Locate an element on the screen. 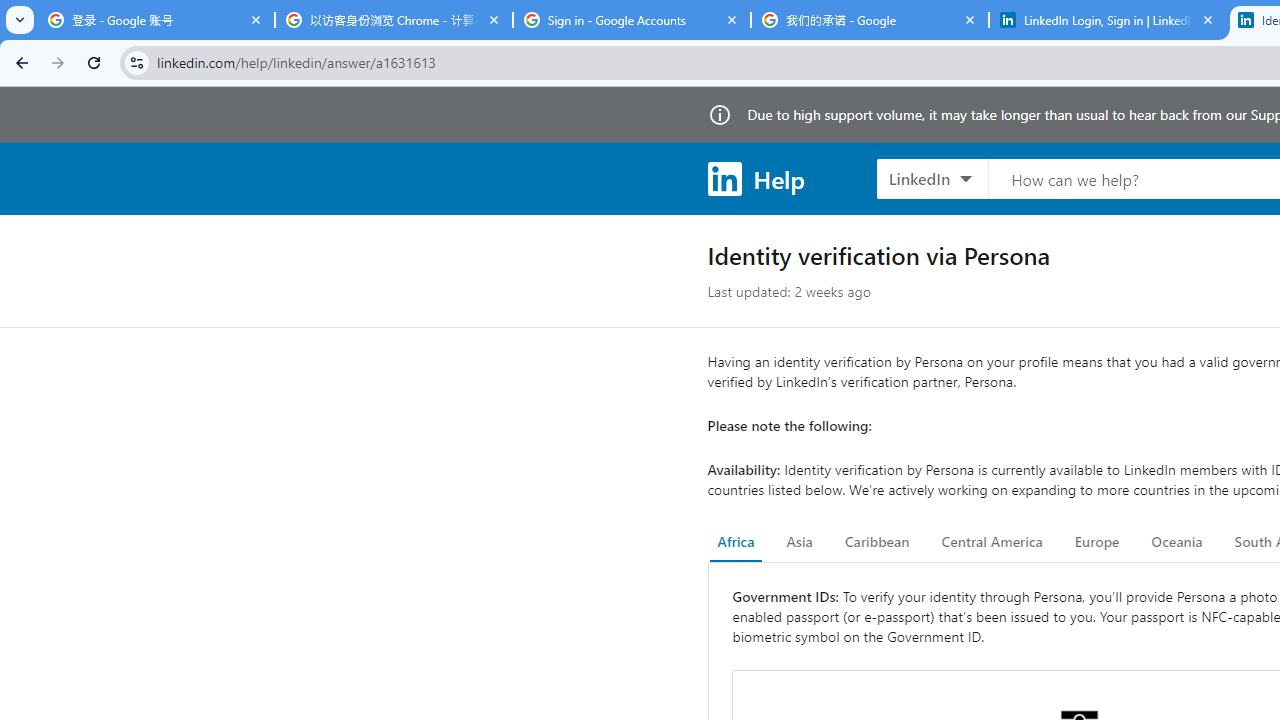 This screenshot has height=720, width=1280. 'Africa' is located at coordinates (735, 542).